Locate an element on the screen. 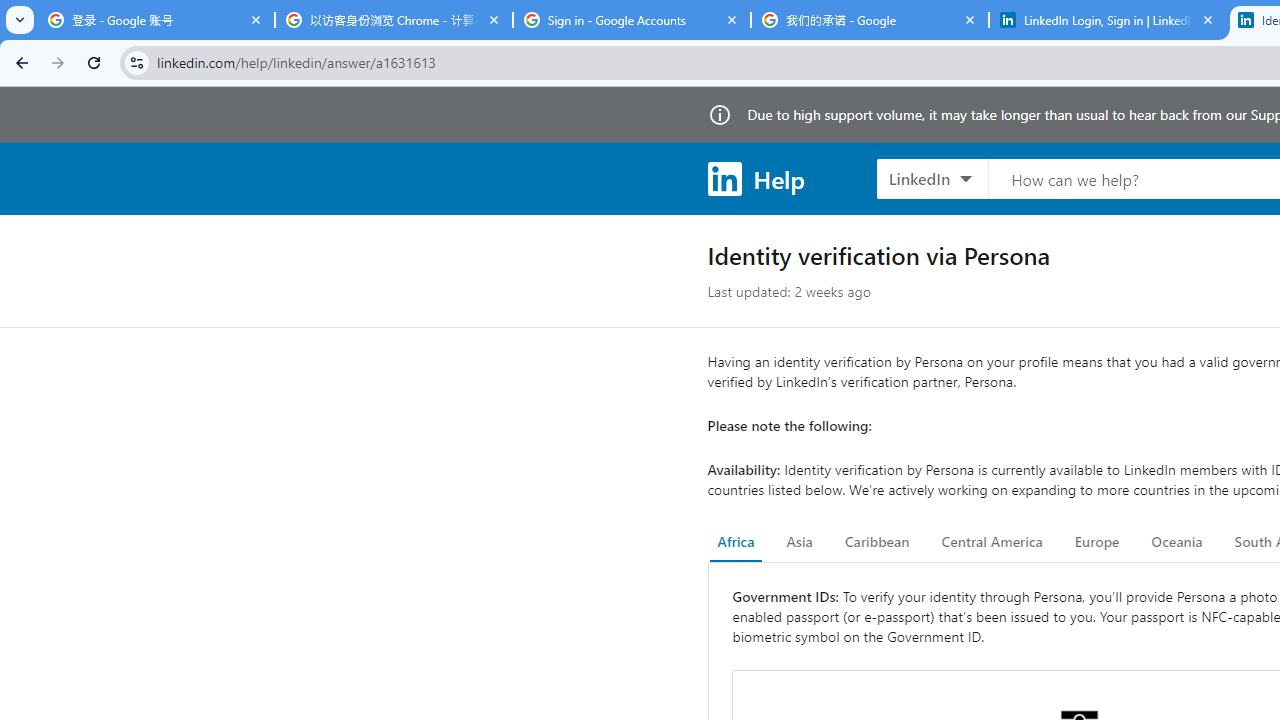 This screenshot has height=720, width=1280. 'Africa' is located at coordinates (735, 542).